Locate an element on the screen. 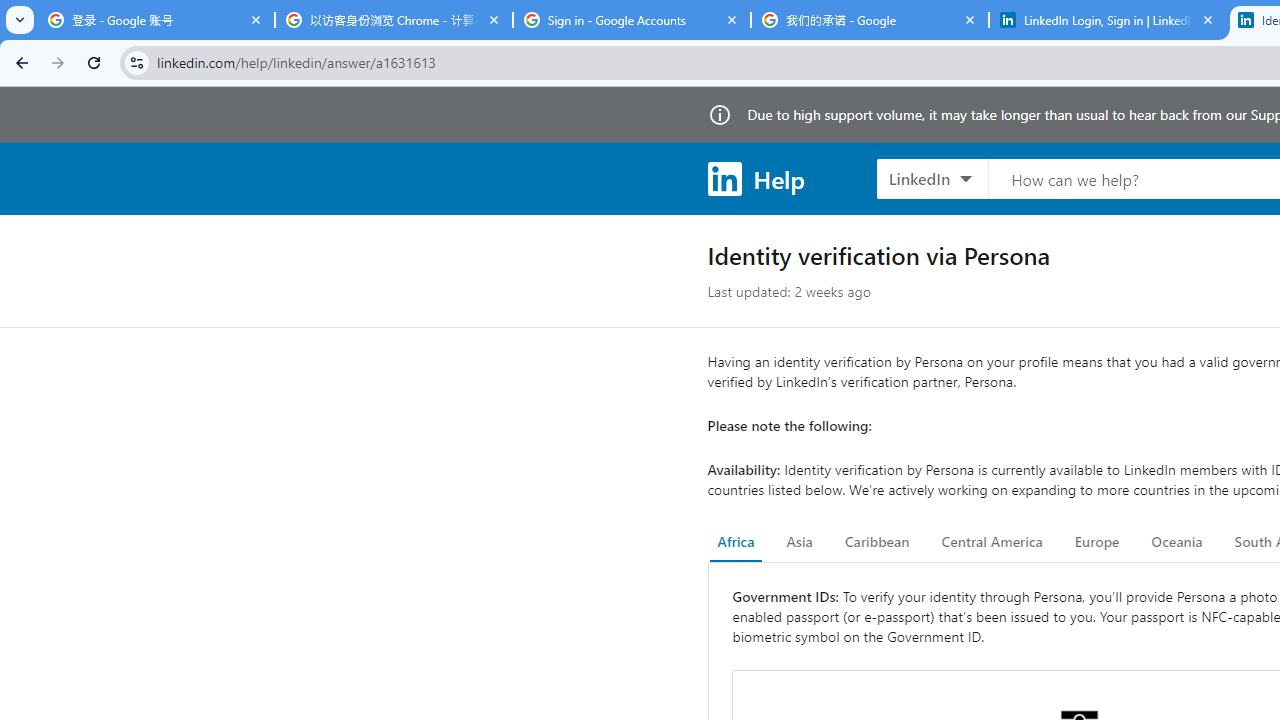 This screenshot has height=720, width=1280. 'Africa' is located at coordinates (735, 542).